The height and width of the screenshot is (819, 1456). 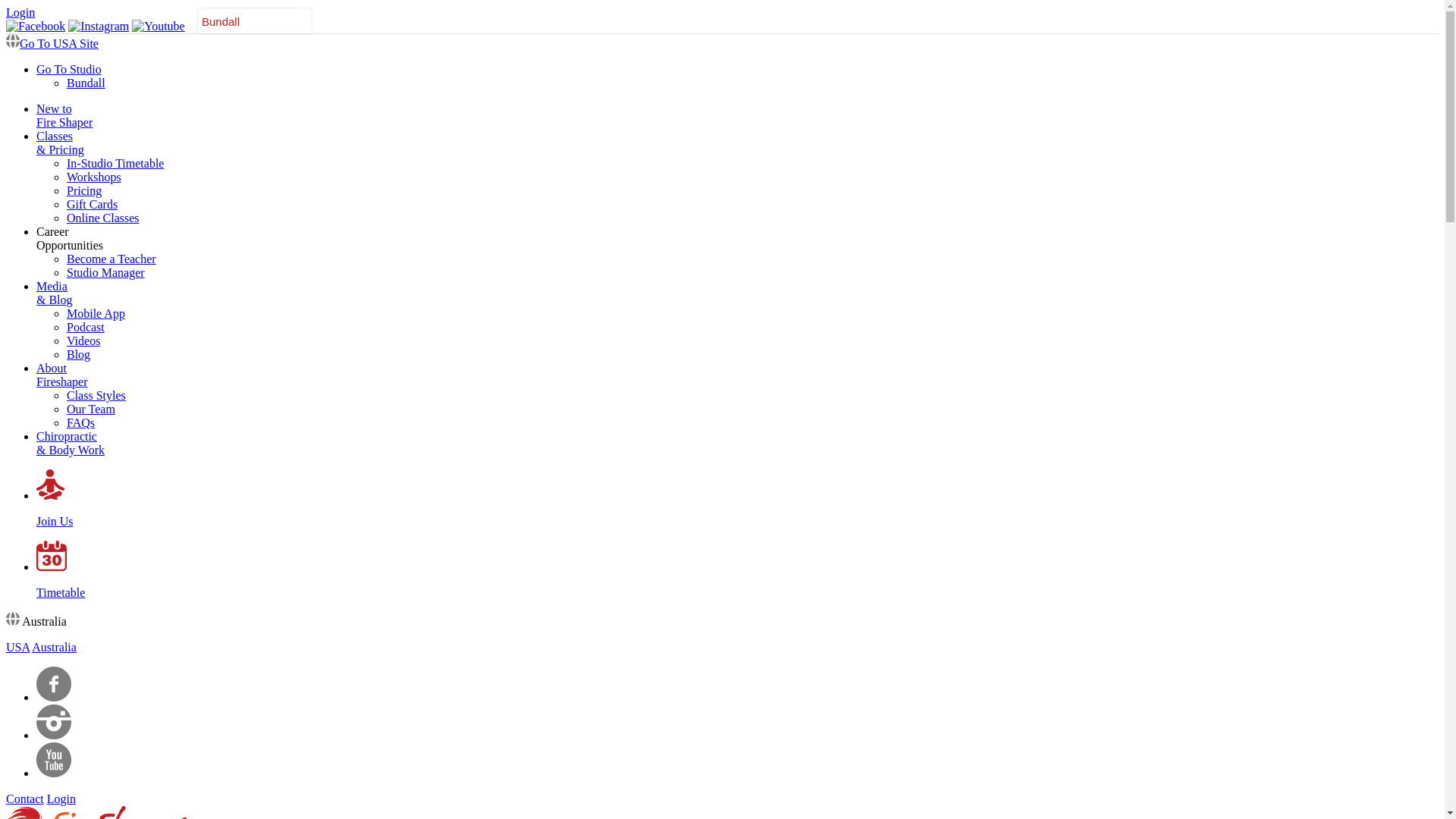 What do you see at coordinates (77, 354) in the screenshot?
I see `'Blog'` at bounding box center [77, 354].